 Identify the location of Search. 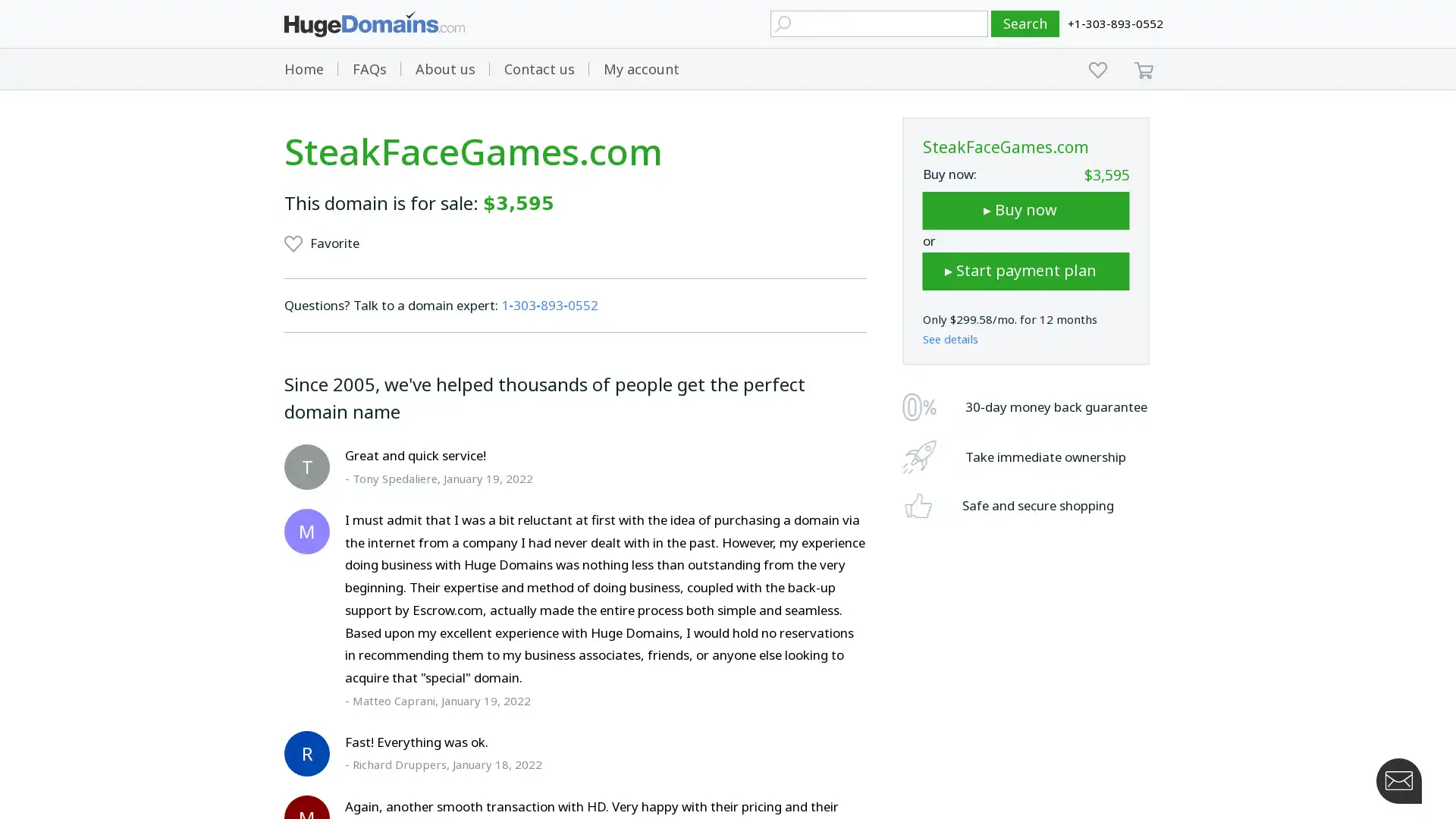
(1025, 24).